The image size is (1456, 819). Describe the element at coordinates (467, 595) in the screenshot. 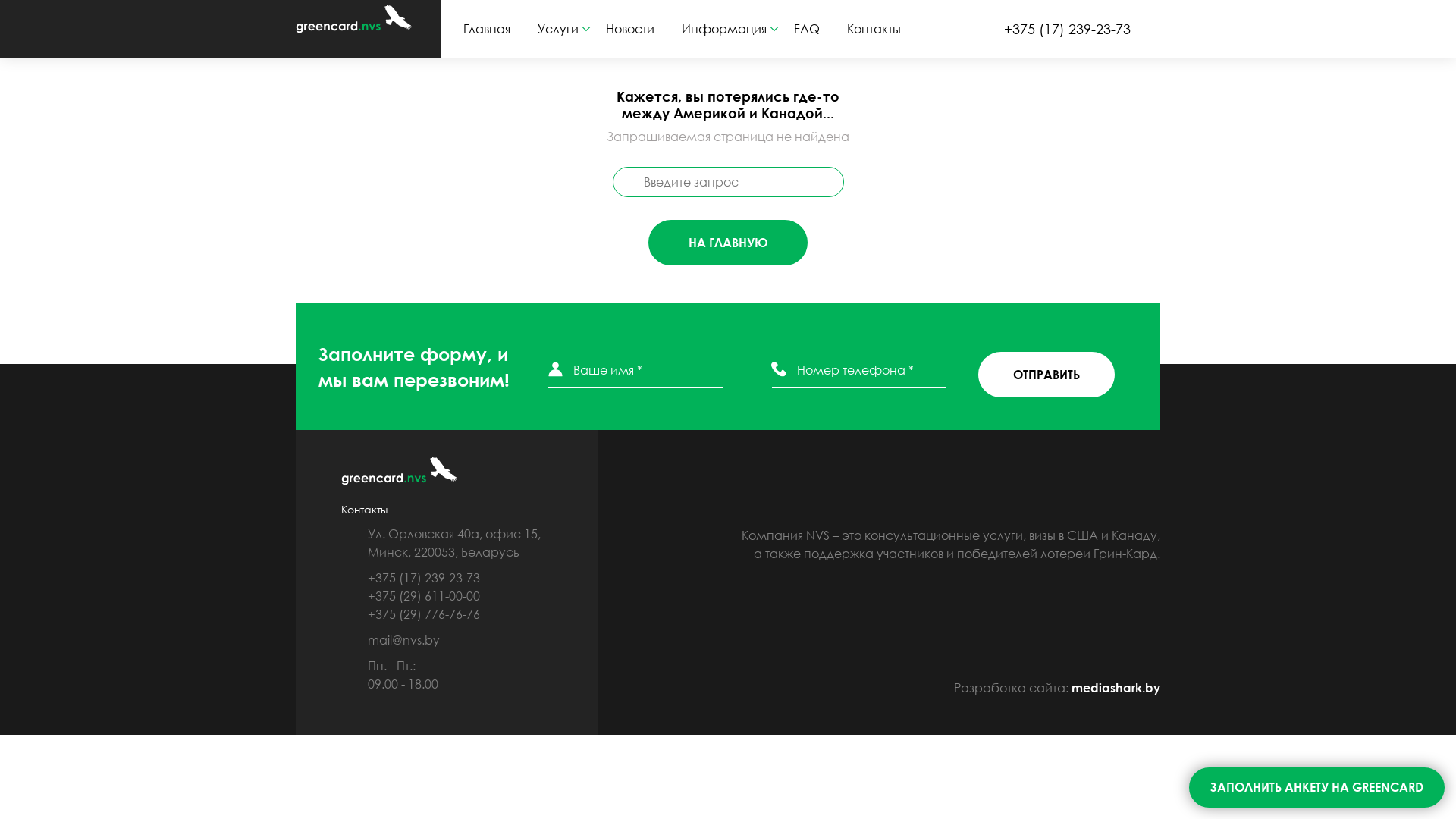

I see `'+375 (29) 611-00-00'` at that location.